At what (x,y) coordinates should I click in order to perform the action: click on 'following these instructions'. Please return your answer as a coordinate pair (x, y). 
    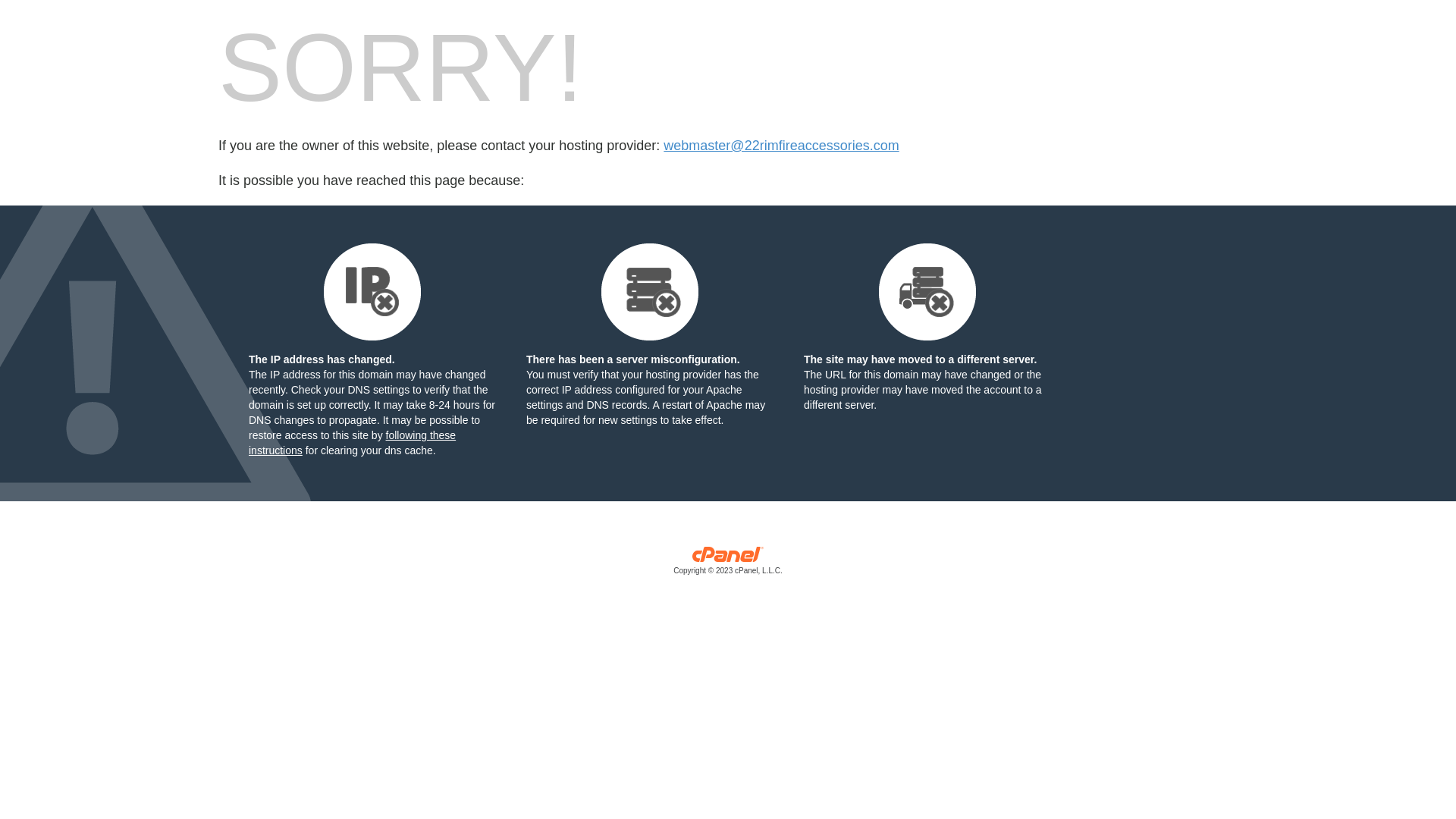
    Looking at the image, I should click on (351, 442).